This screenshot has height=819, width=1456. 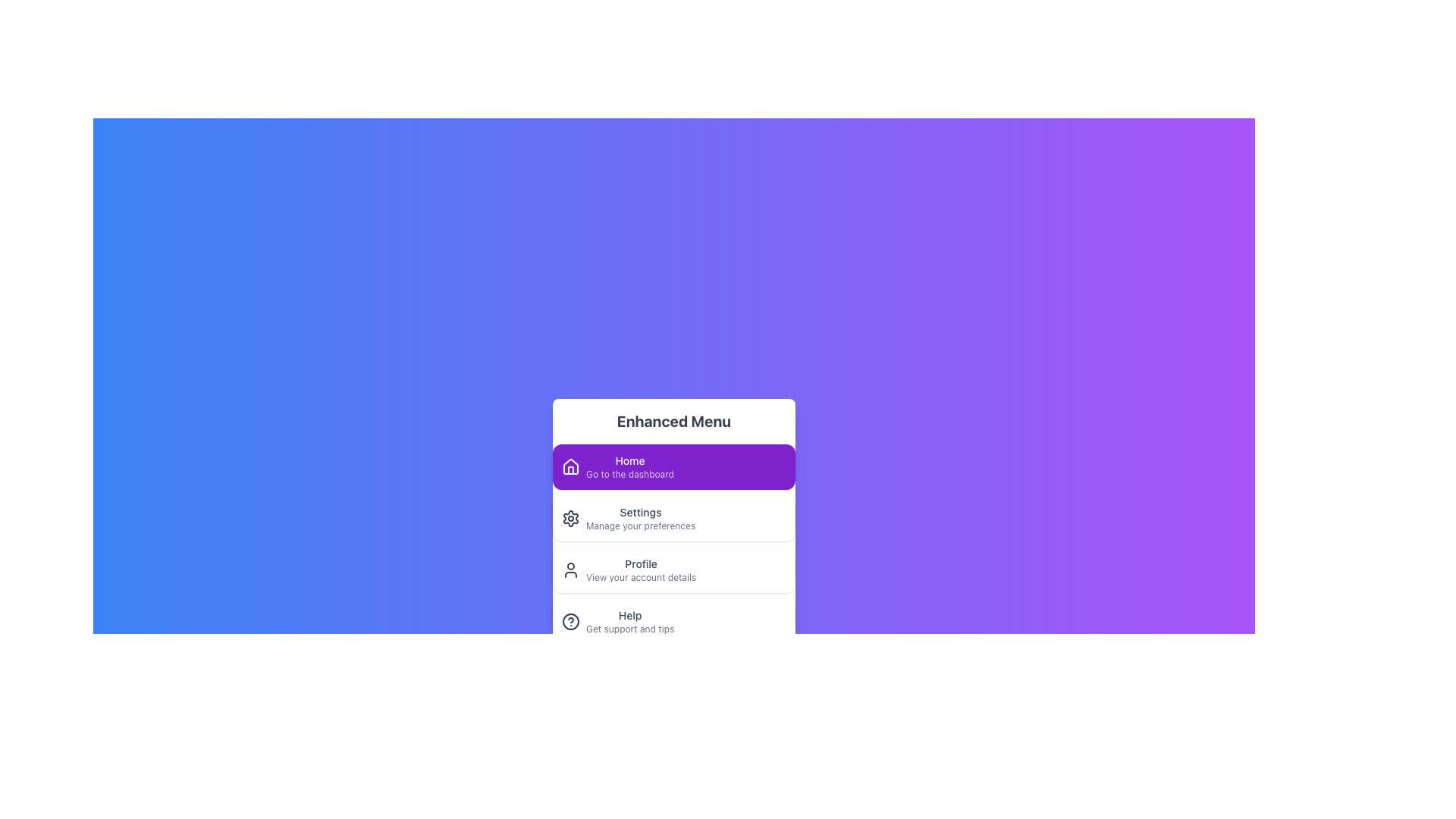 I want to click on the 'Home' icon in the menu, which is the leading icon of the 'Home' button that navigates to the dashboard, so click(x=570, y=466).